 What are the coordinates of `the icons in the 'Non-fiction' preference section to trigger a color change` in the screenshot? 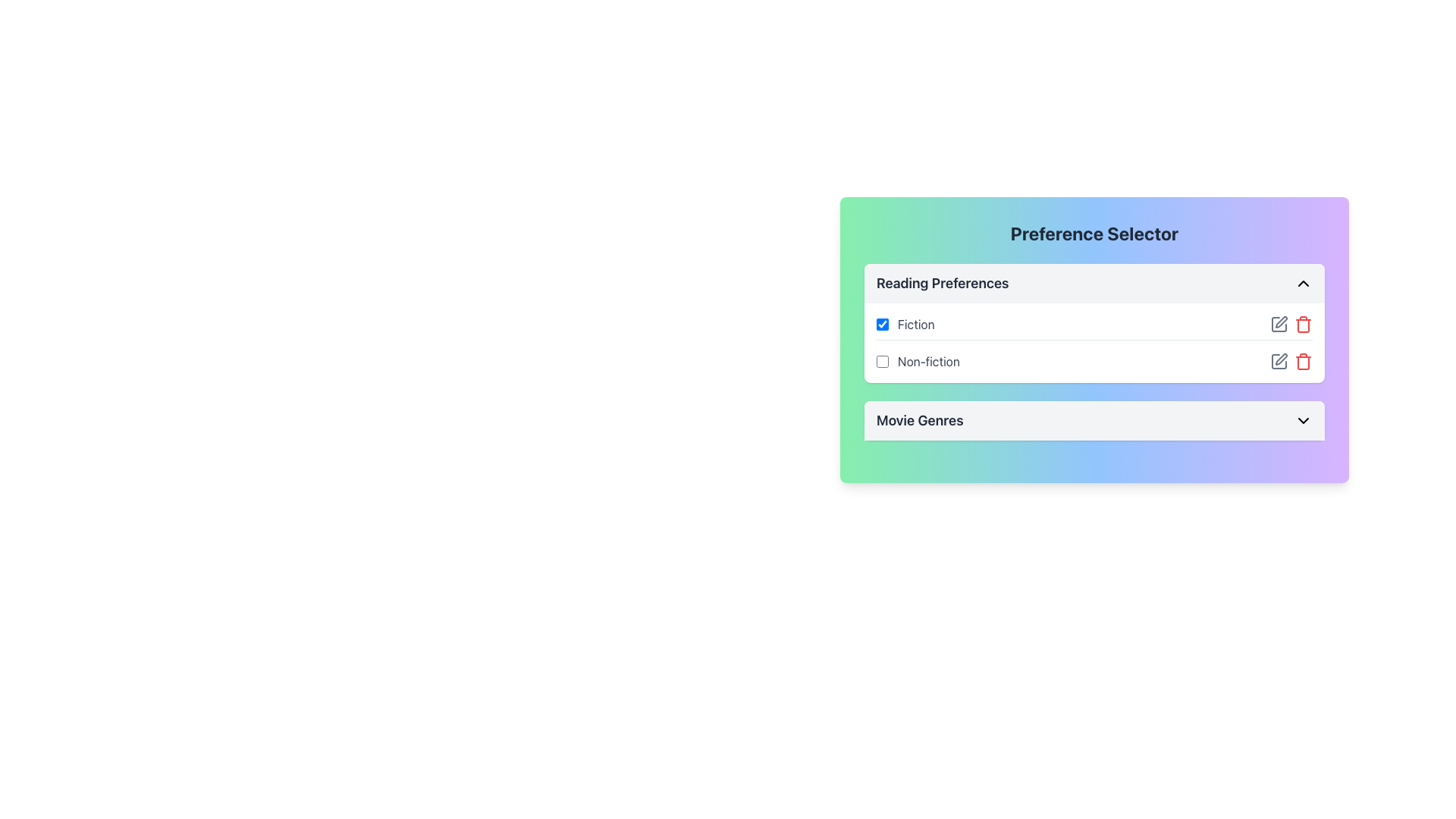 It's located at (1291, 362).